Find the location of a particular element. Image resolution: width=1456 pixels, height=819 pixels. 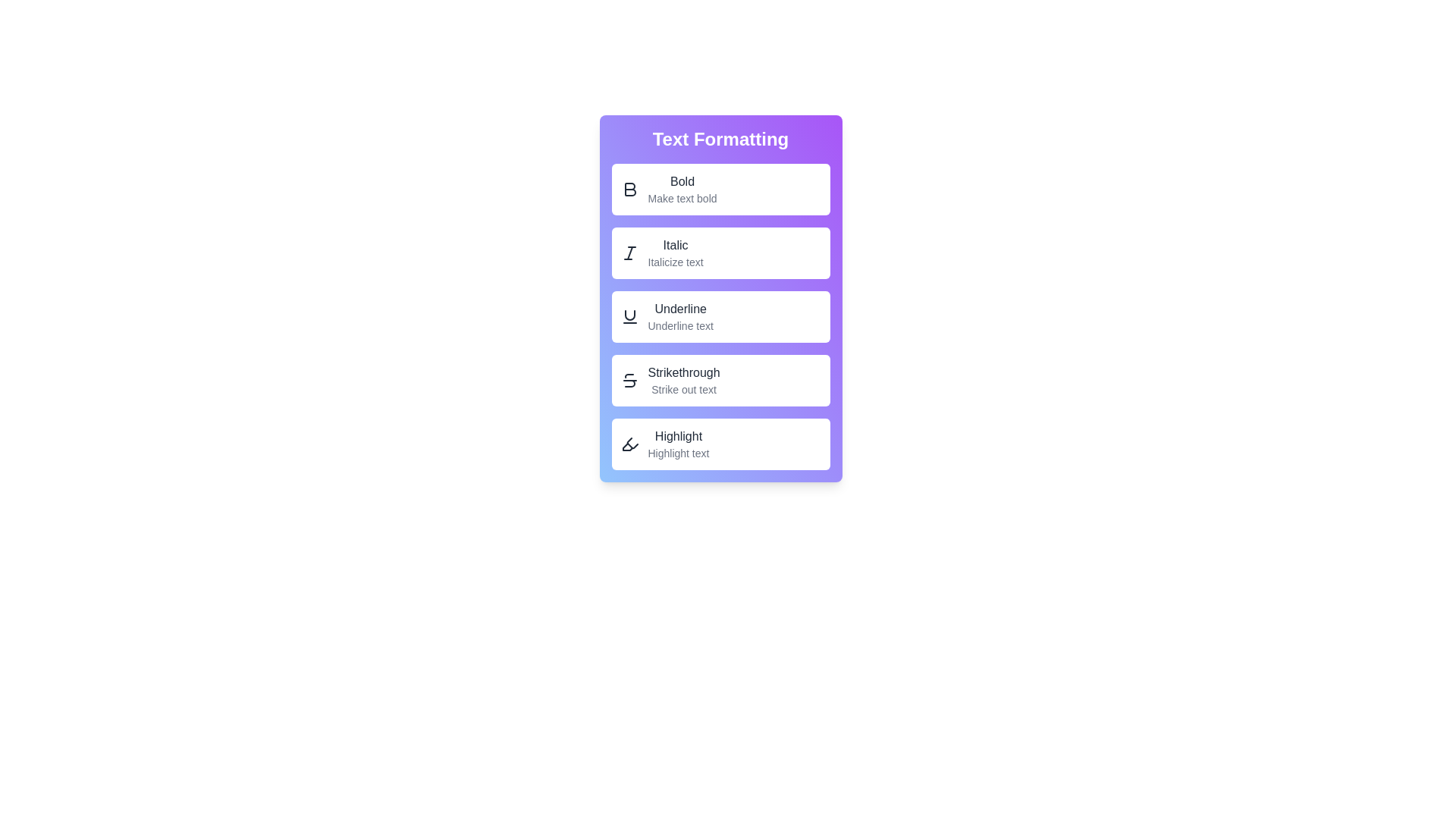

the 'Underline' button in the TextFormattingMenu component is located at coordinates (720, 315).